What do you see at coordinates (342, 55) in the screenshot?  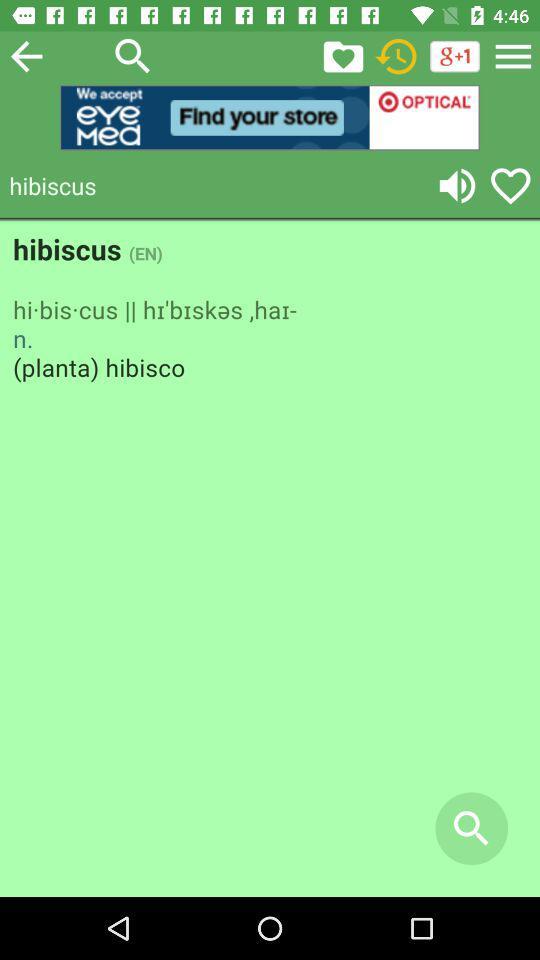 I see `notification option` at bounding box center [342, 55].